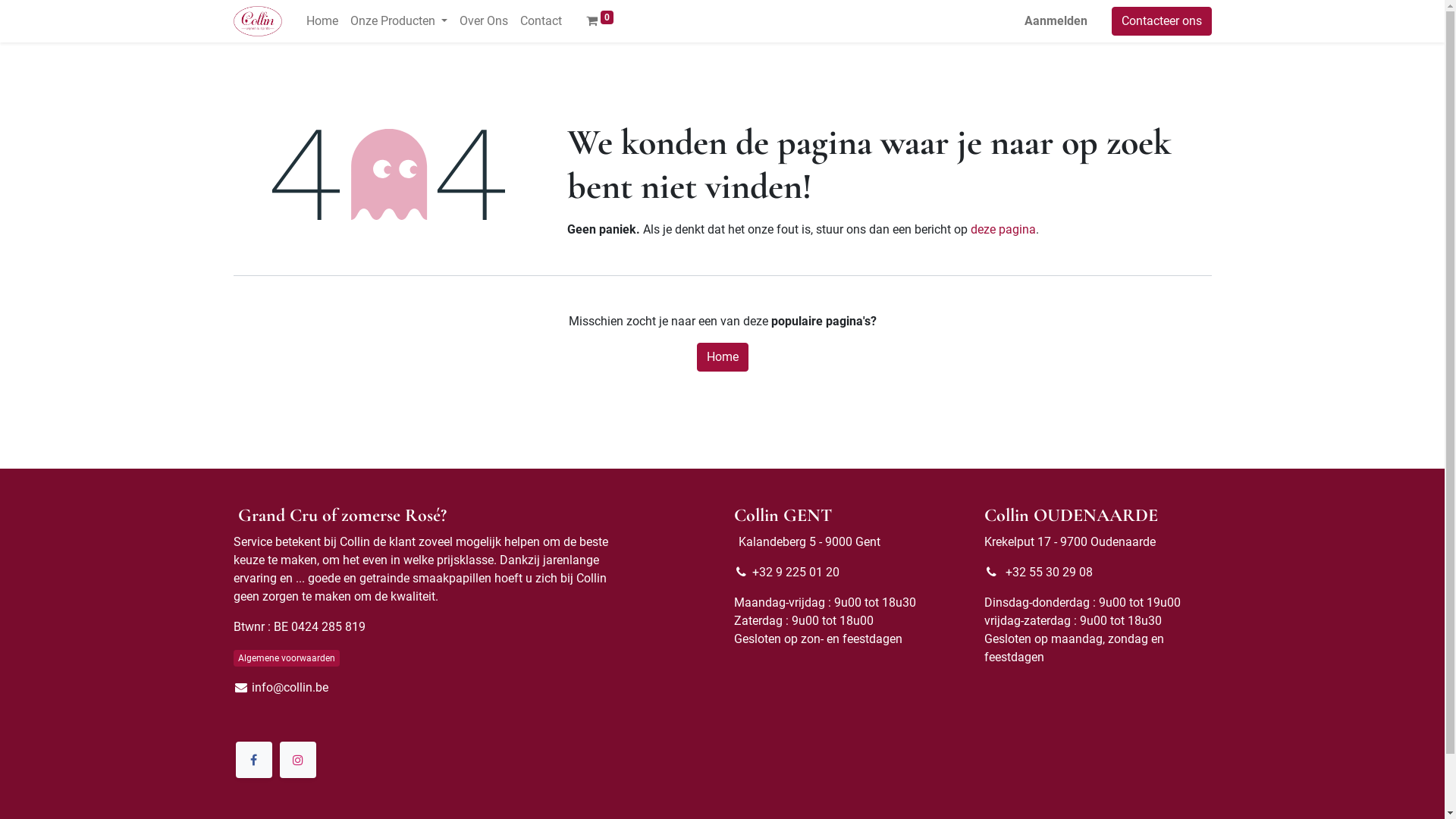  Describe the element at coordinates (1003, 229) in the screenshot. I see `'deze pagina'` at that location.